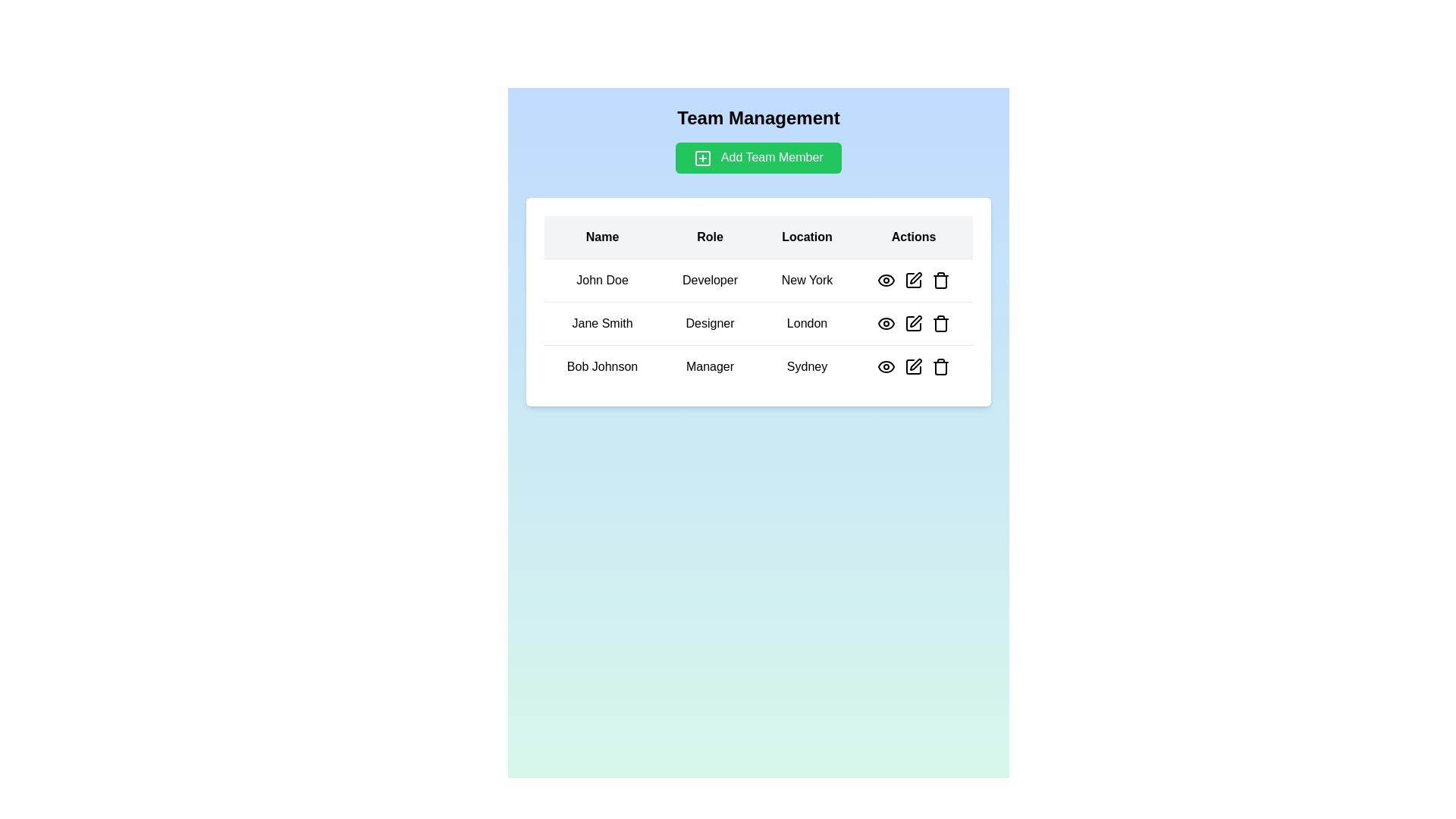 The image size is (1456, 819). I want to click on the outer oval shape of the 'eye' icon in the 'Actions' column for 'Bob Johnson', so click(886, 366).